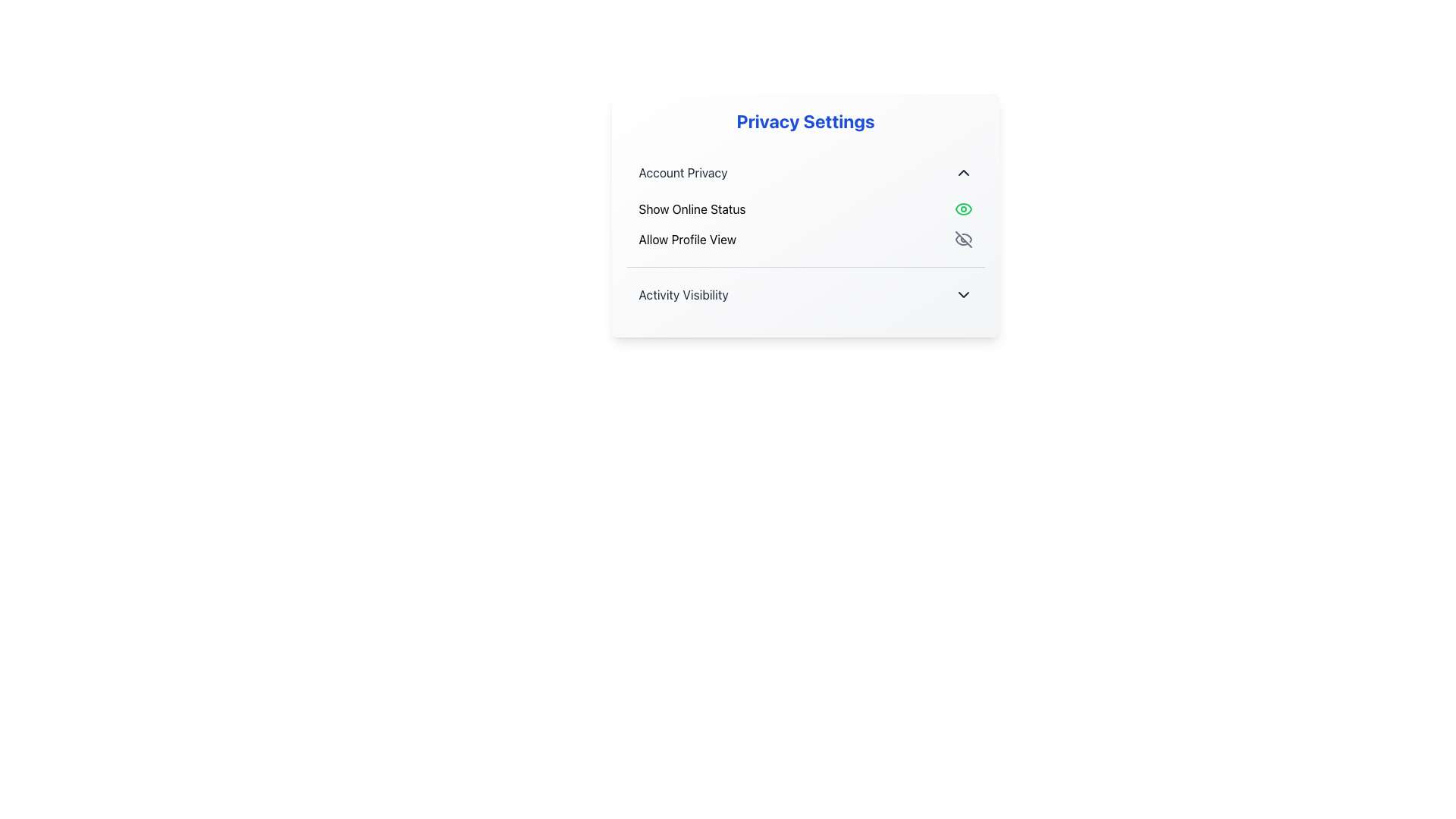 This screenshot has width=1456, height=819. I want to click on the gray crossed-out eye SVG icon next to the 'Allow Profile View' text in the 'Privacy Settings' interface, so click(962, 239).